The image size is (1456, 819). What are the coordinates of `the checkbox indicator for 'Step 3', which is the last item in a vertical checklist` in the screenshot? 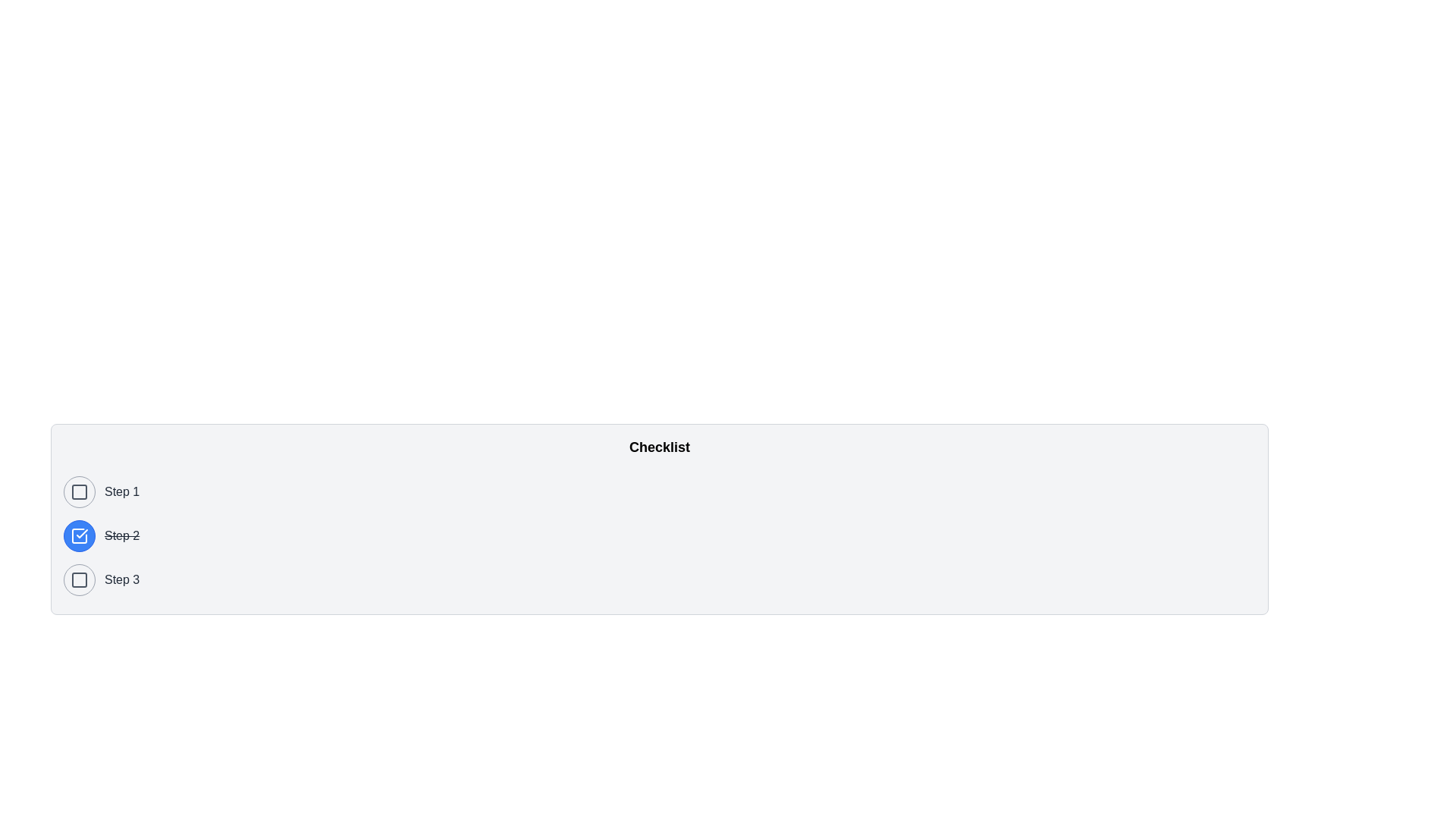 It's located at (79, 579).